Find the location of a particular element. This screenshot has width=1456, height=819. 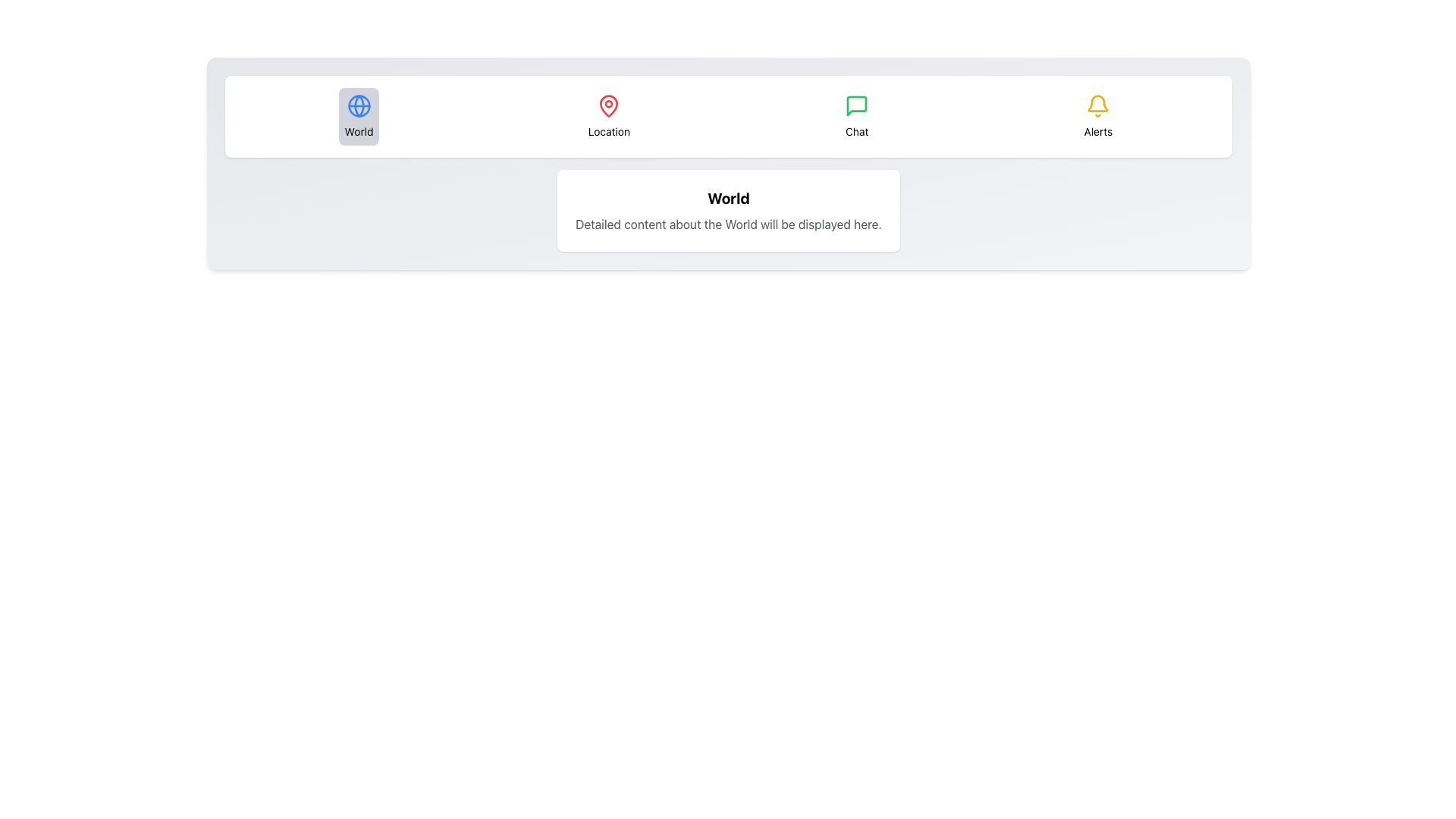

the green chat bubble icon located in the navigation bar area, positioned between a location icon and an alerts icon is located at coordinates (857, 105).